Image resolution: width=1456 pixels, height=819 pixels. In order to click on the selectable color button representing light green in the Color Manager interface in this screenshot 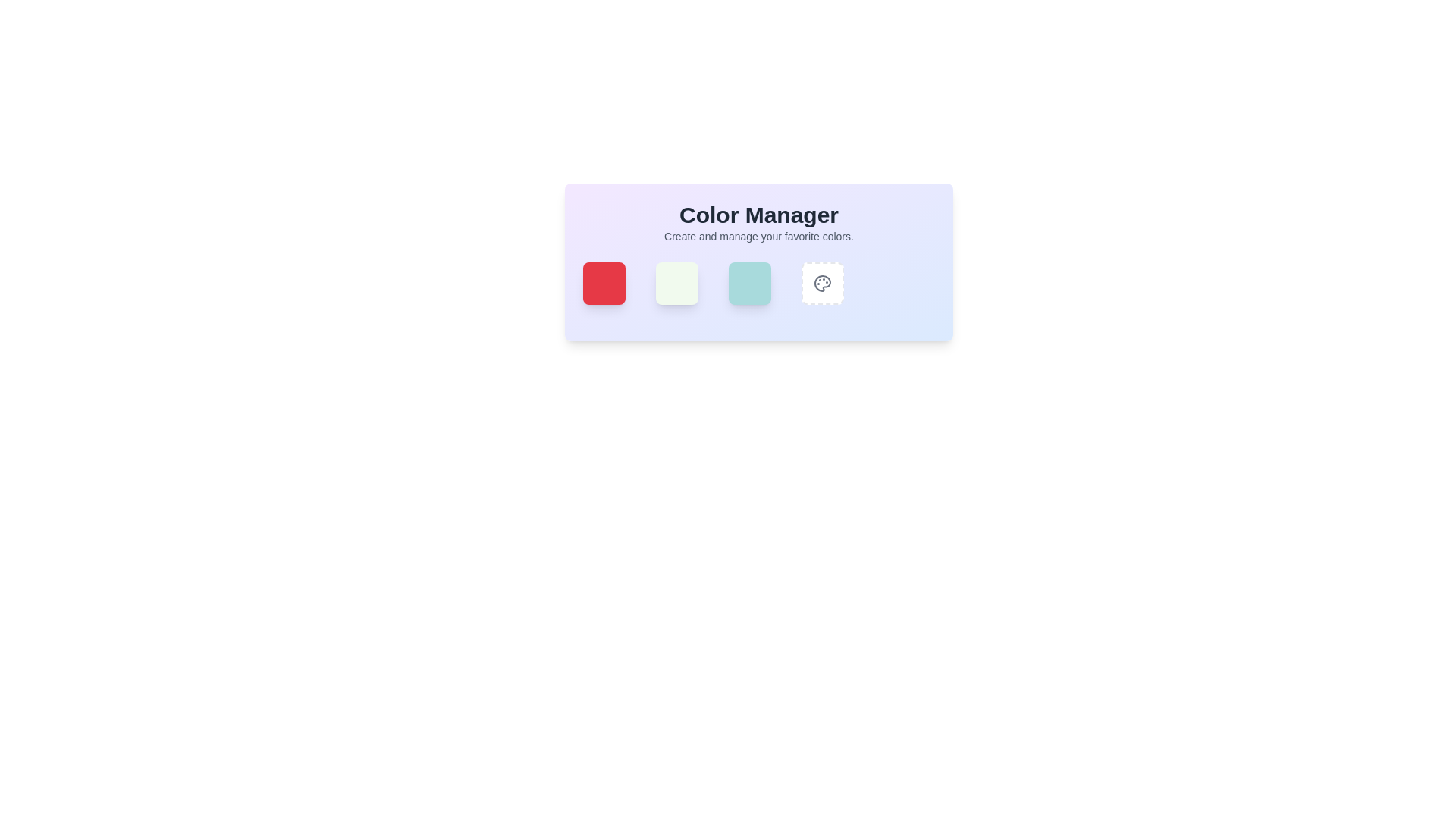, I will do `click(676, 284)`.